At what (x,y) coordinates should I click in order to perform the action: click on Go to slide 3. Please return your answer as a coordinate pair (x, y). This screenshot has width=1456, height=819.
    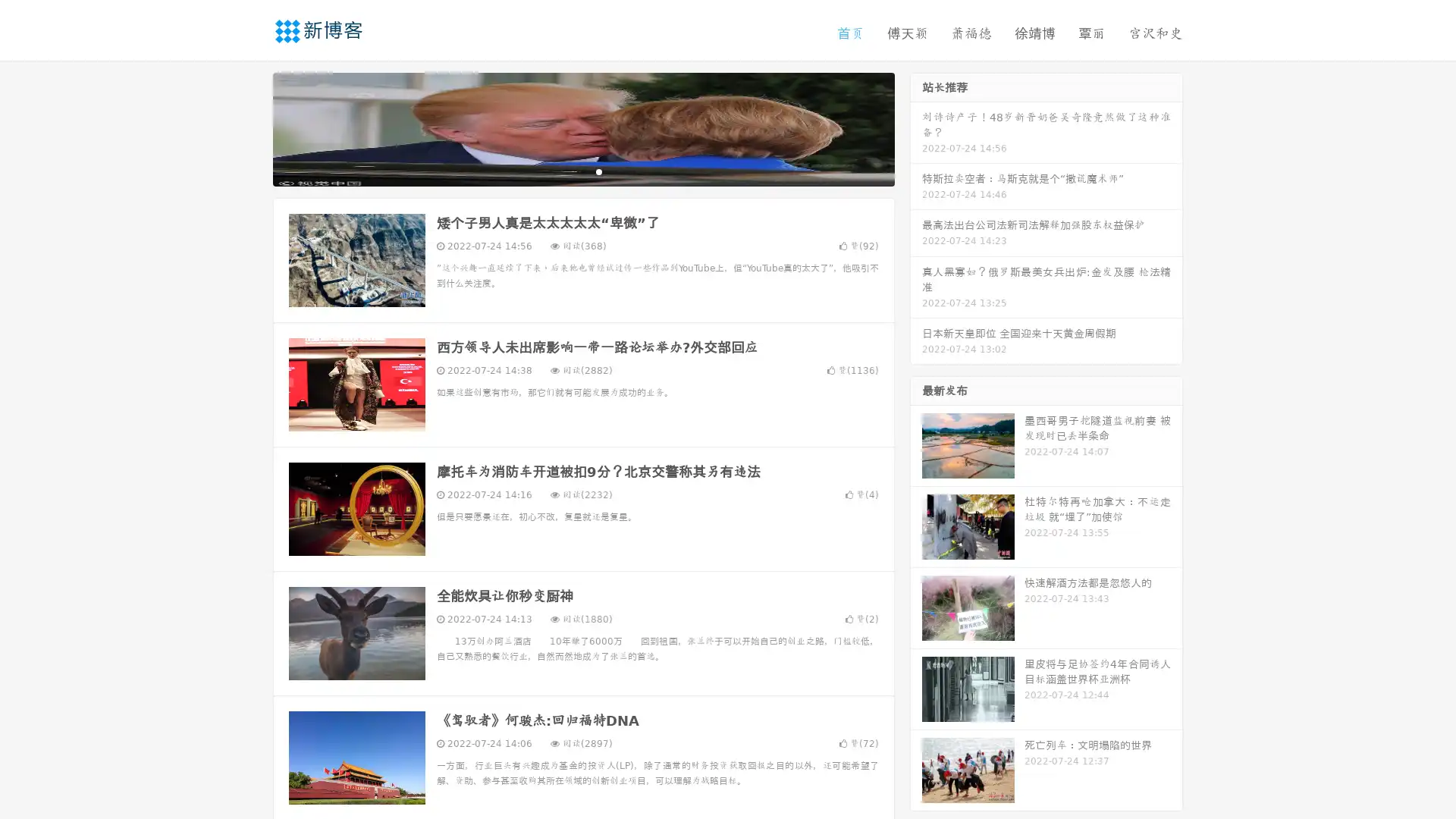
    Looking at the image, I should click on (598, 171).